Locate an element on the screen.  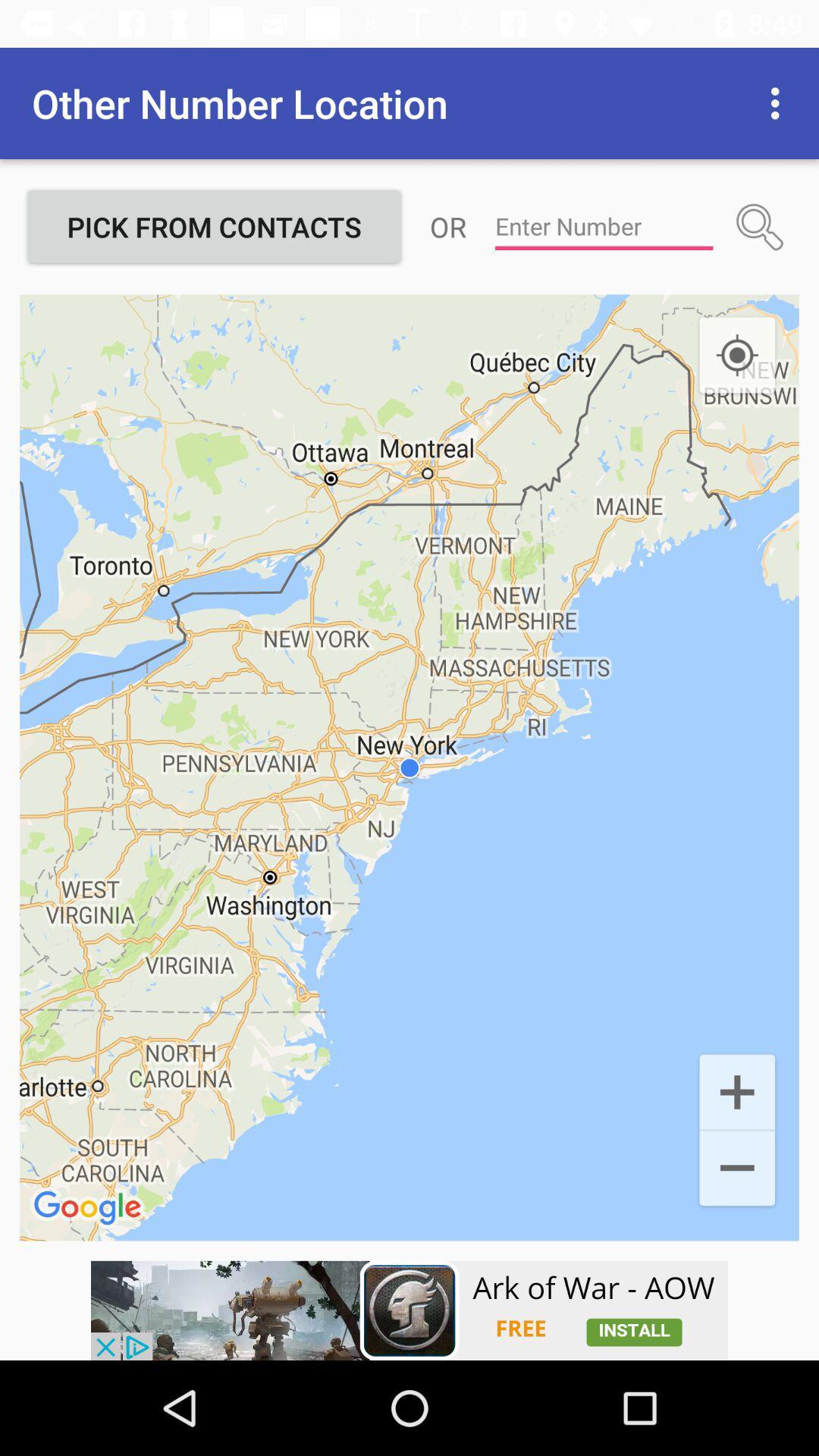
number box for searing is located at coordinates (603, 226).